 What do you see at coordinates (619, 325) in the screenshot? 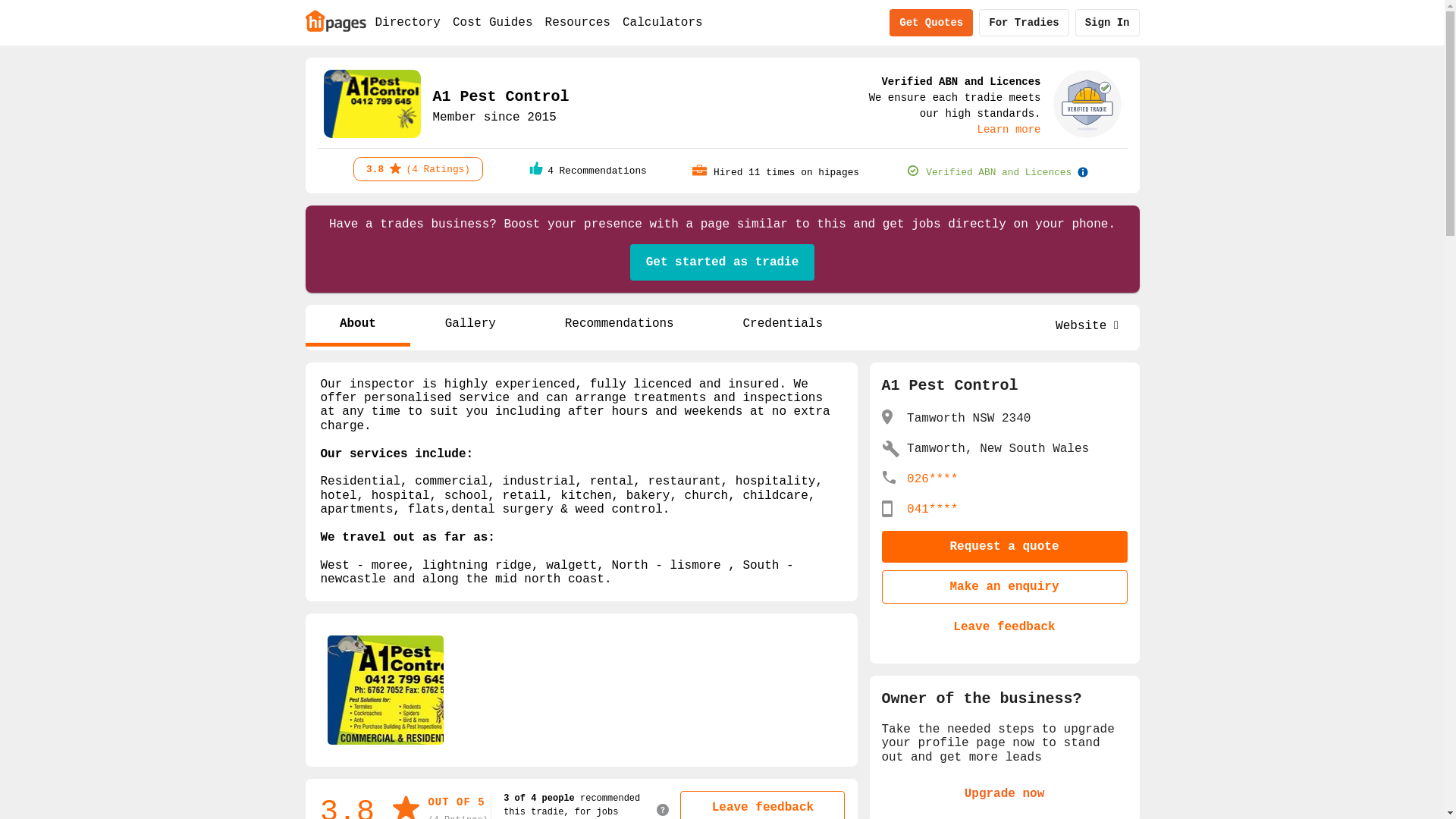
I see `'Recommendations'` at bounding box center [619, 325].